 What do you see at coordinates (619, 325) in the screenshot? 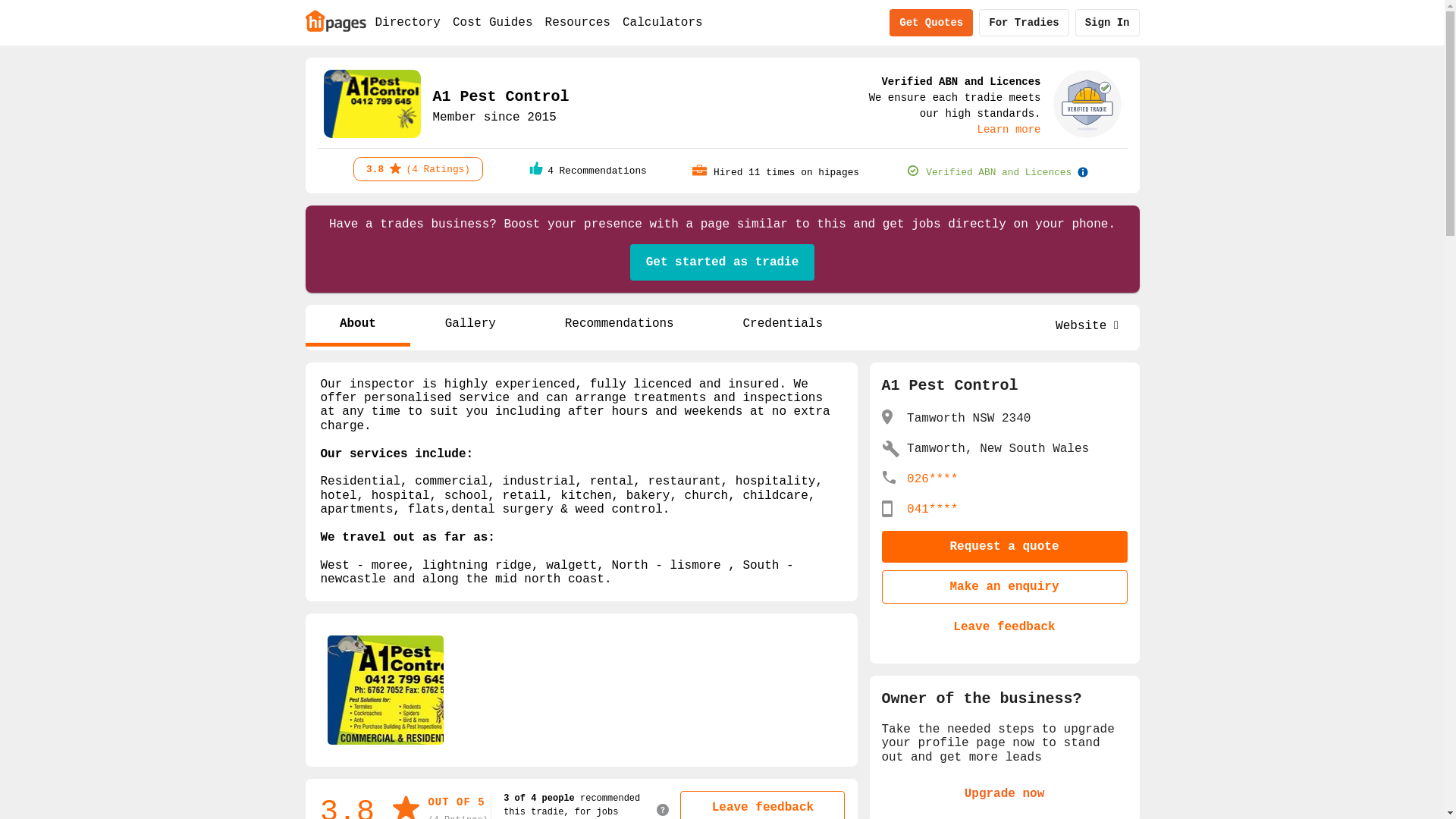
I see `'Recommendations'` at bounding box center [619, 325].